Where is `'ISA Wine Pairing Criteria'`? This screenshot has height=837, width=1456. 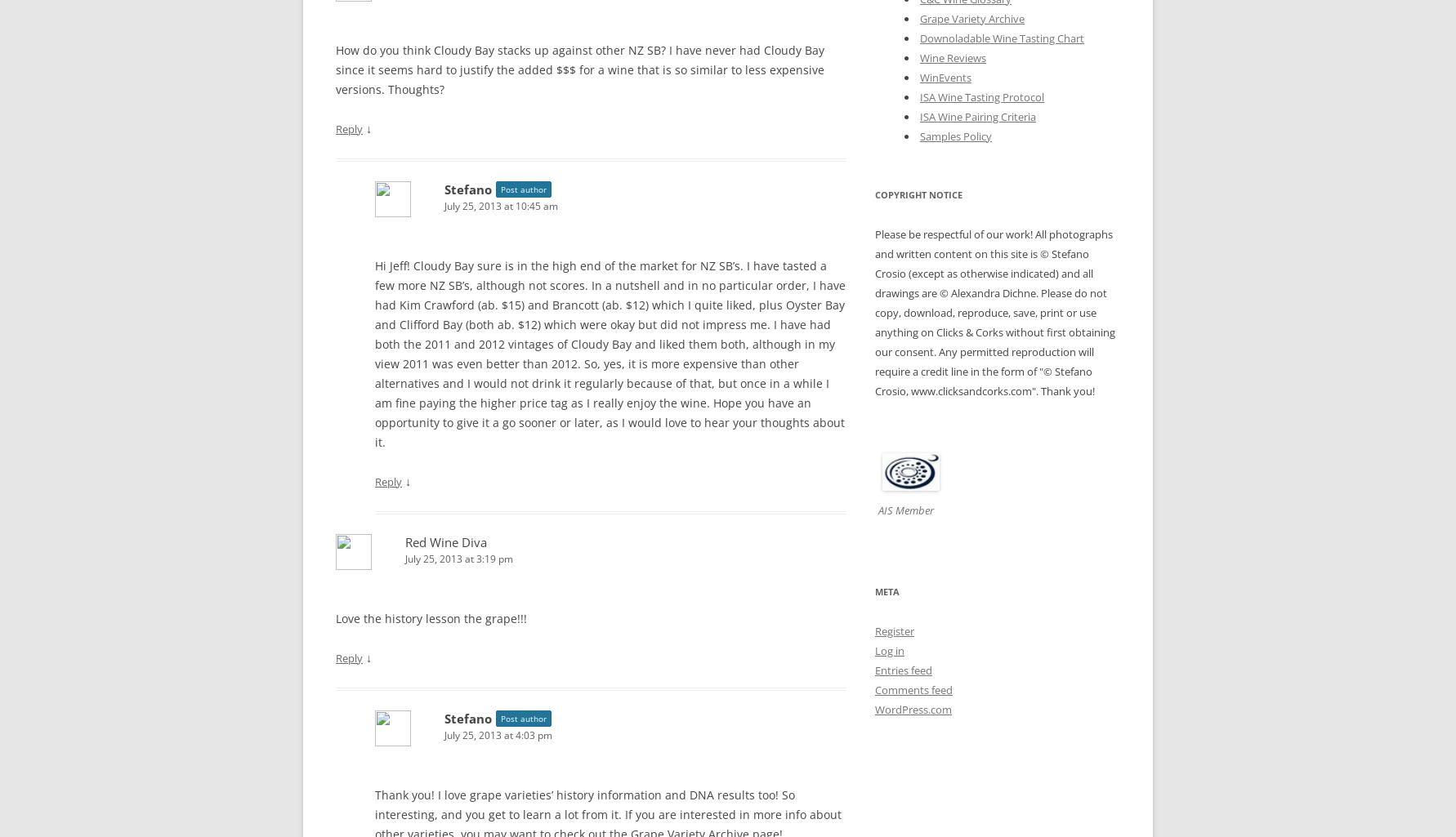
'ISA Wine Pairing Criteria' is located at coordinates (976, 114).